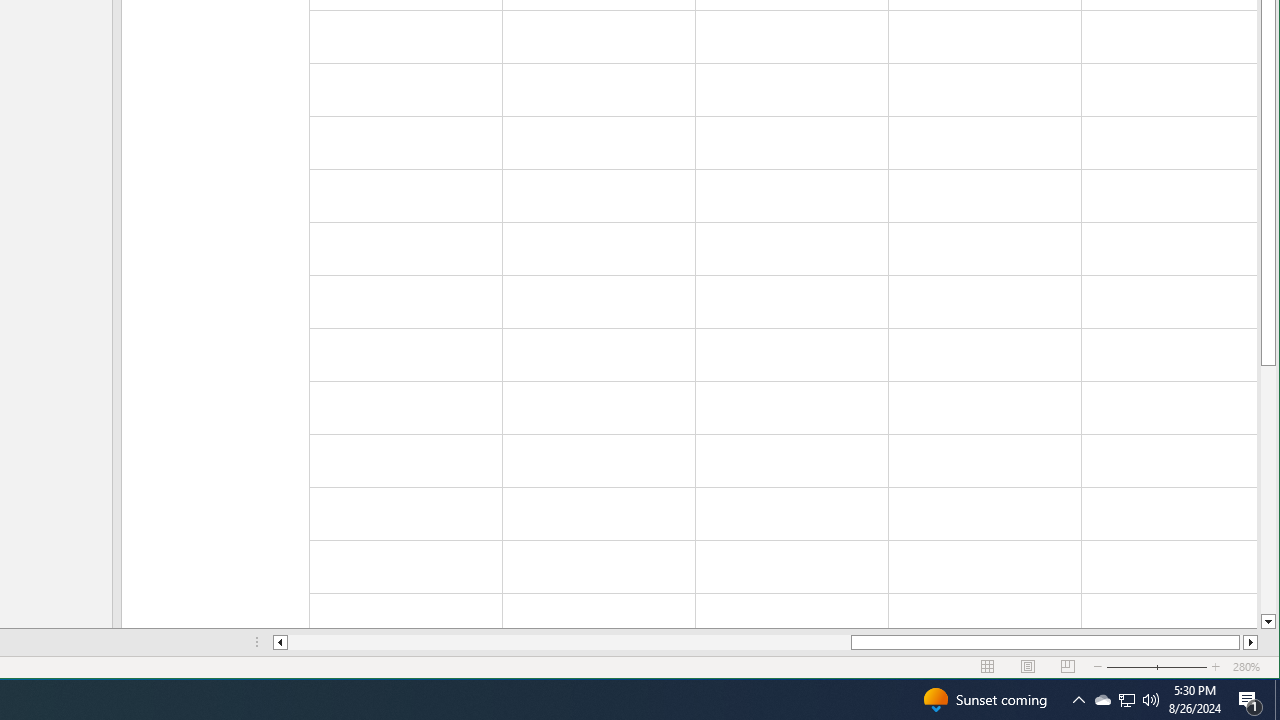 Image resolution: width=1280 pixels, height=720 pixels. Describe the element at coordinates (1078, 698) in the screenshot. I see `'Notification Chevron'` at that location.